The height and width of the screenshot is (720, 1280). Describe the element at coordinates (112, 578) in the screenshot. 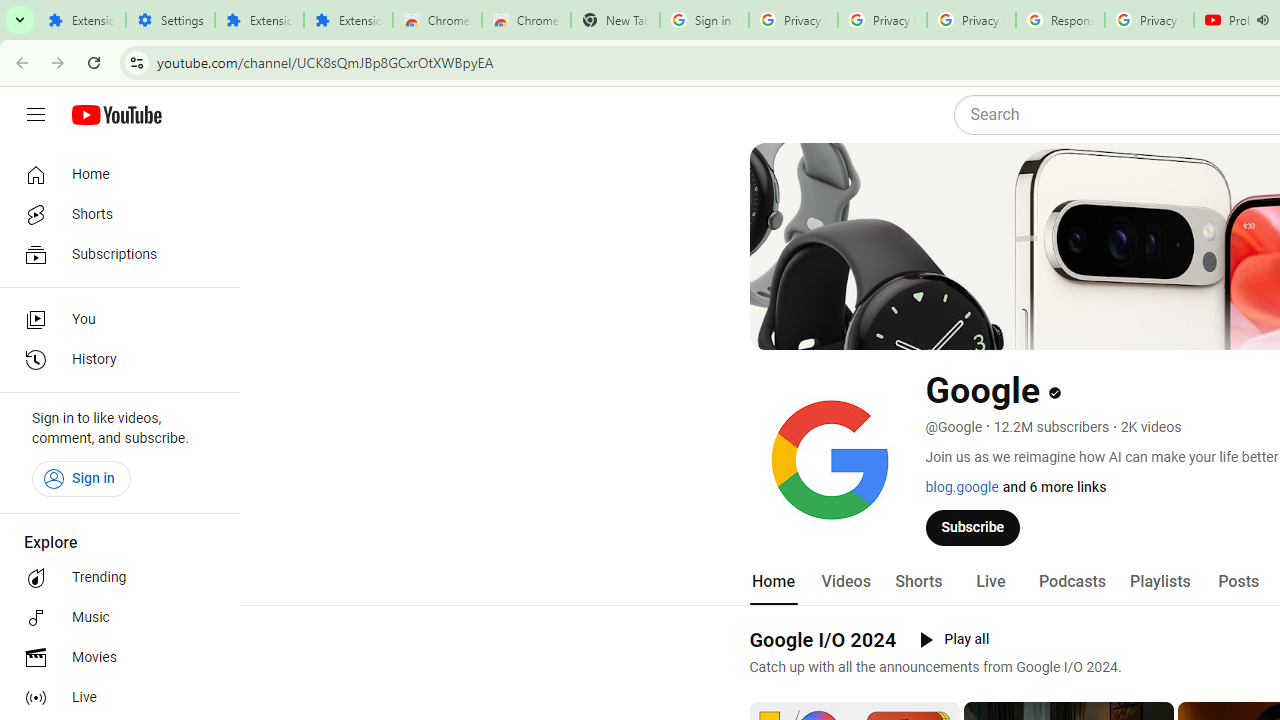

I see `'Trending'` at that location.